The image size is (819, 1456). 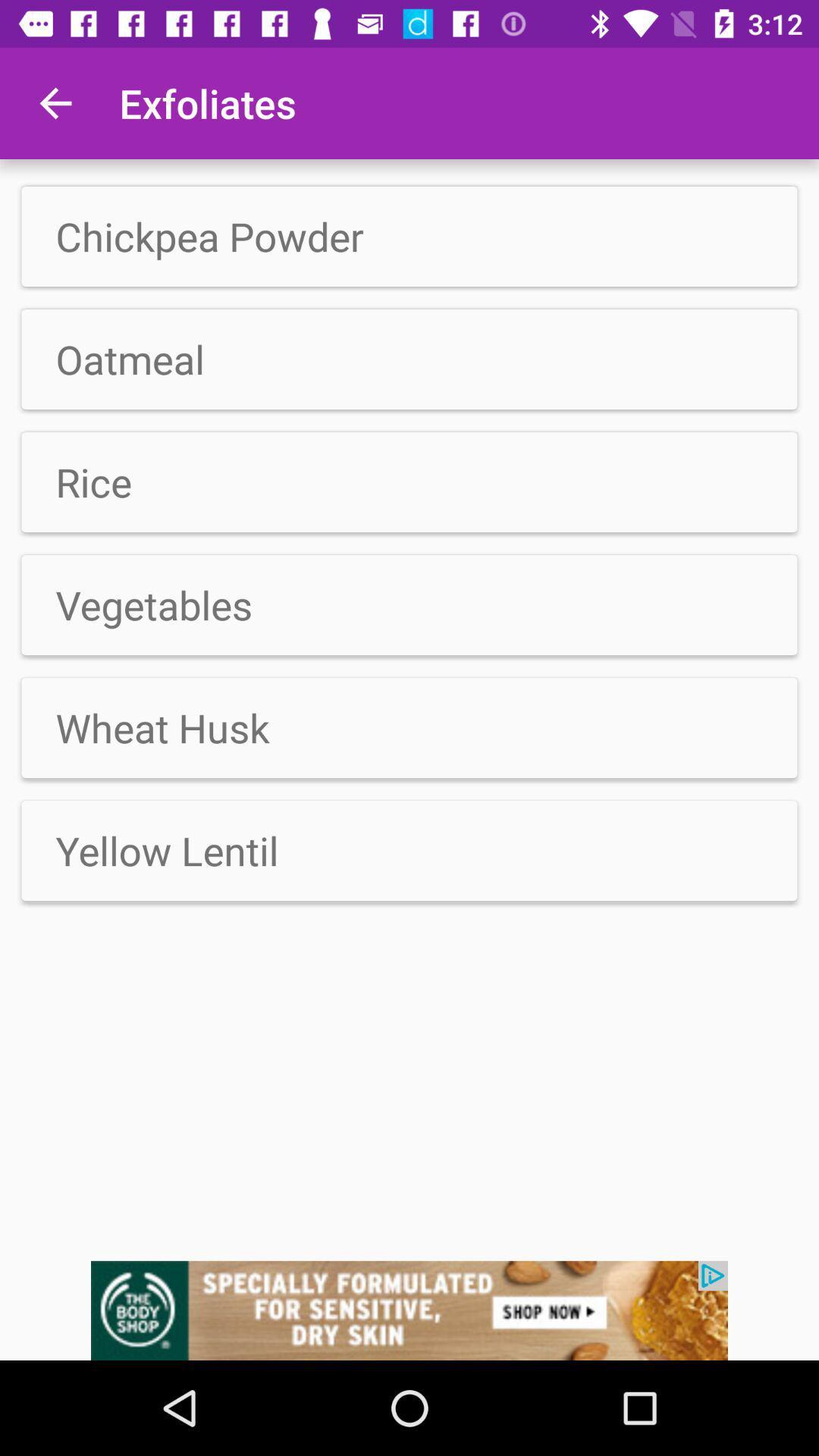 I want to click on advertising pop up banner, so click(x=409, y=1310).